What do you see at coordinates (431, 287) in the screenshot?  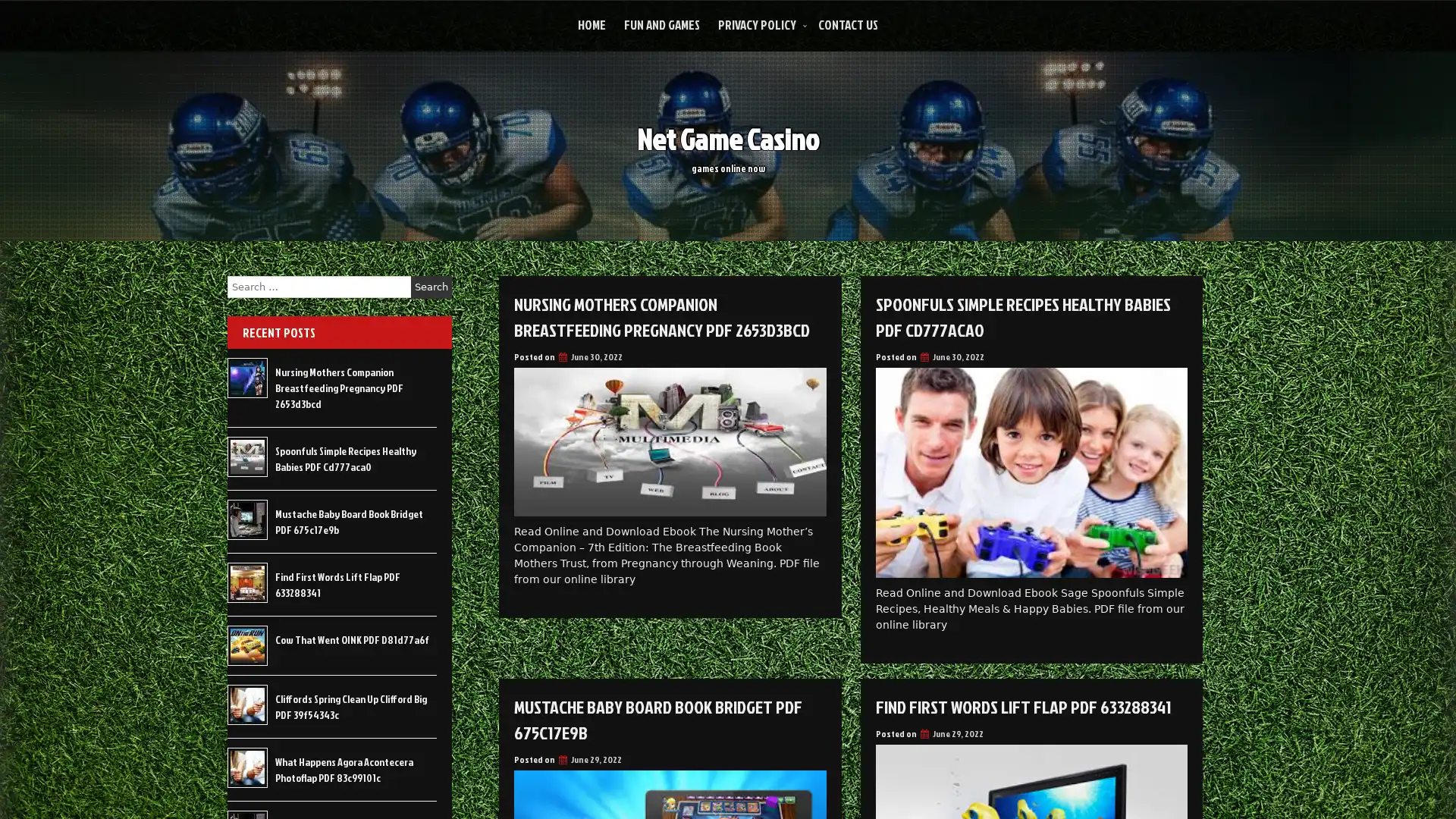 I see `Search` at bounding box center [431, 287].